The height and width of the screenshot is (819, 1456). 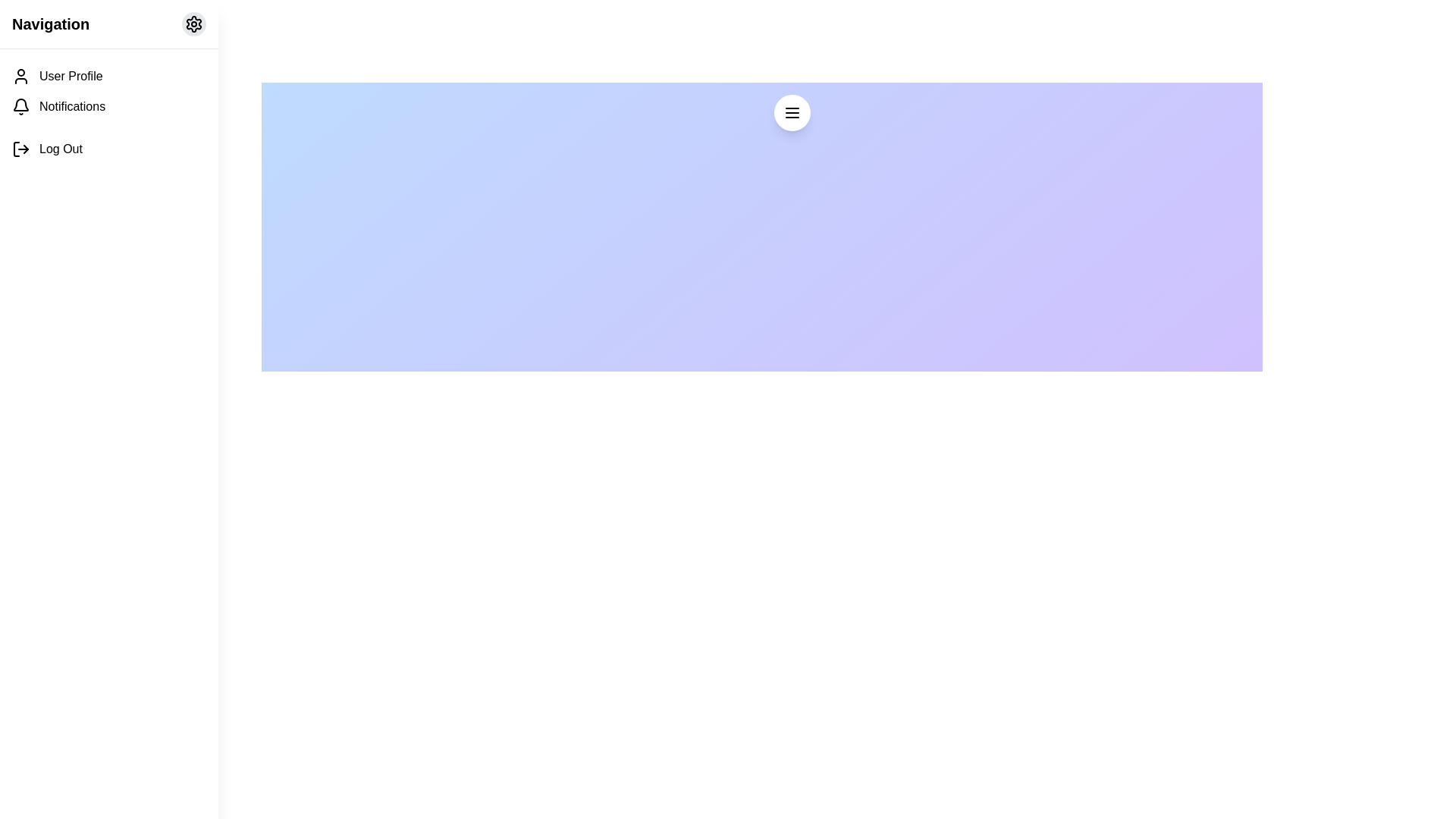 I want to click on the circular settings button with a gray background located in the top-right corner of the navigation bar header, so click(x=193, y=24).